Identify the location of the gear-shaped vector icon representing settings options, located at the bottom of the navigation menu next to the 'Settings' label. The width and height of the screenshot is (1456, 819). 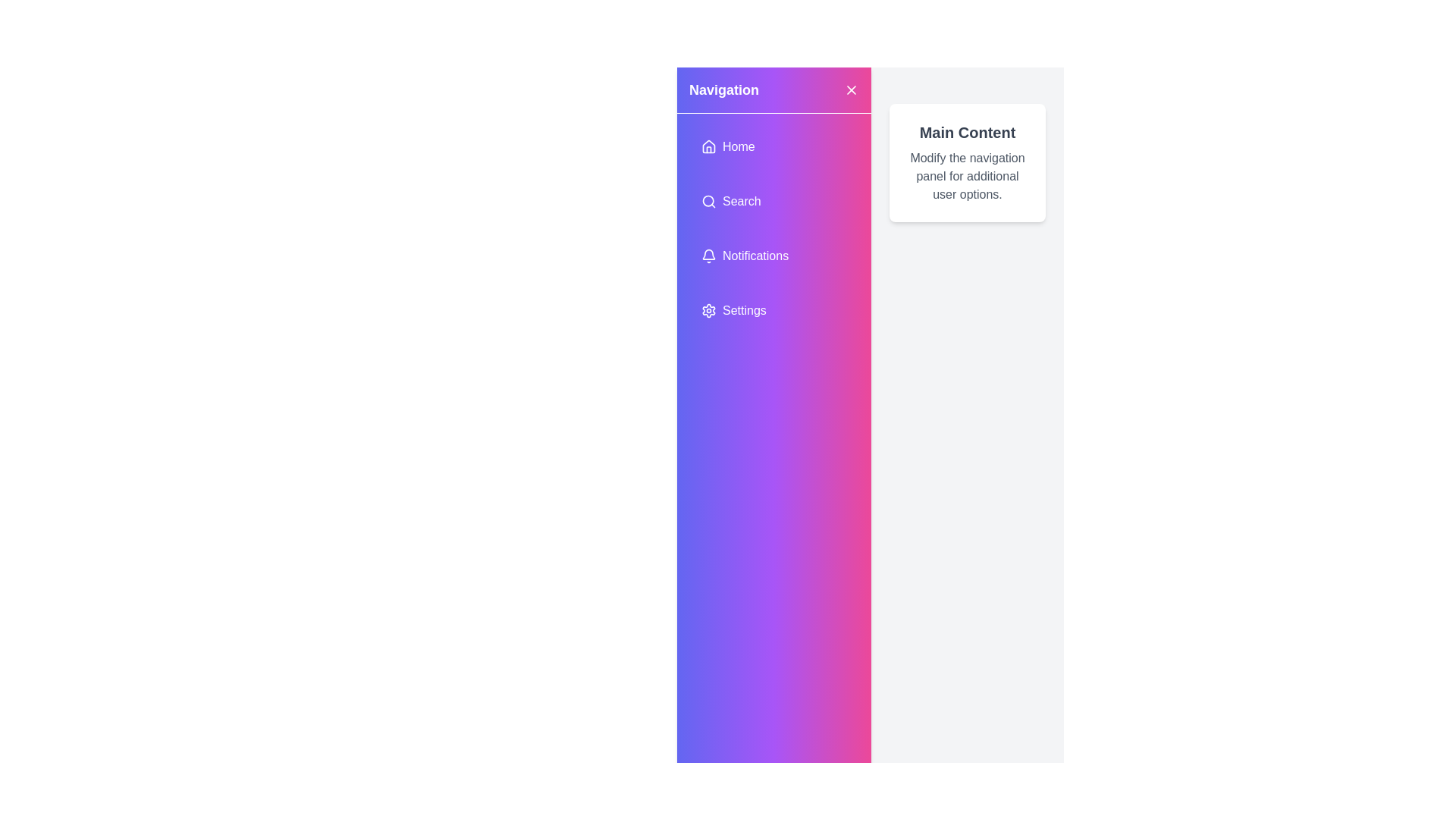
(708, 309).